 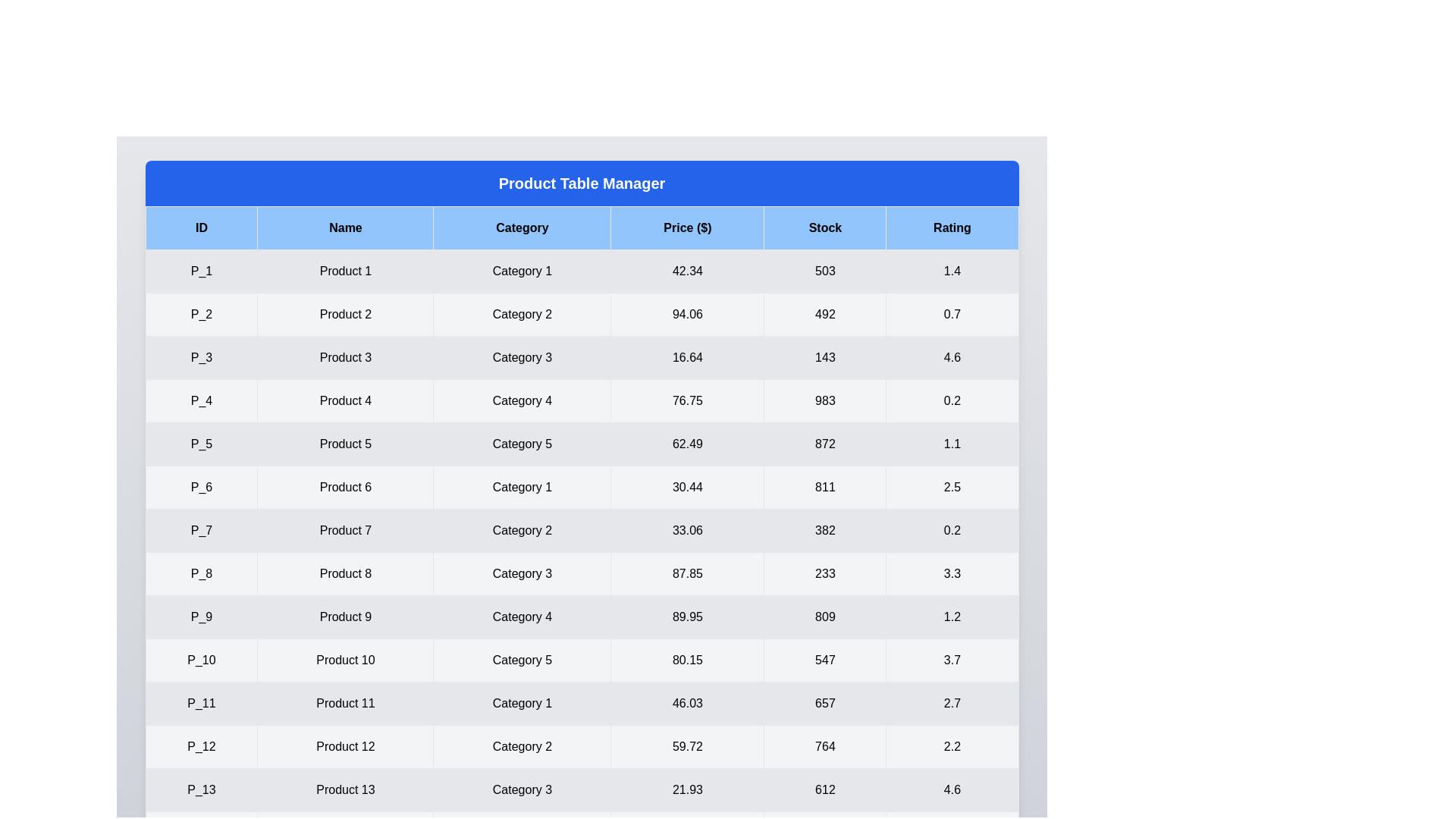 I want to click on the cell containing 'Product 1' to select its content, so click(x=345, y=271).